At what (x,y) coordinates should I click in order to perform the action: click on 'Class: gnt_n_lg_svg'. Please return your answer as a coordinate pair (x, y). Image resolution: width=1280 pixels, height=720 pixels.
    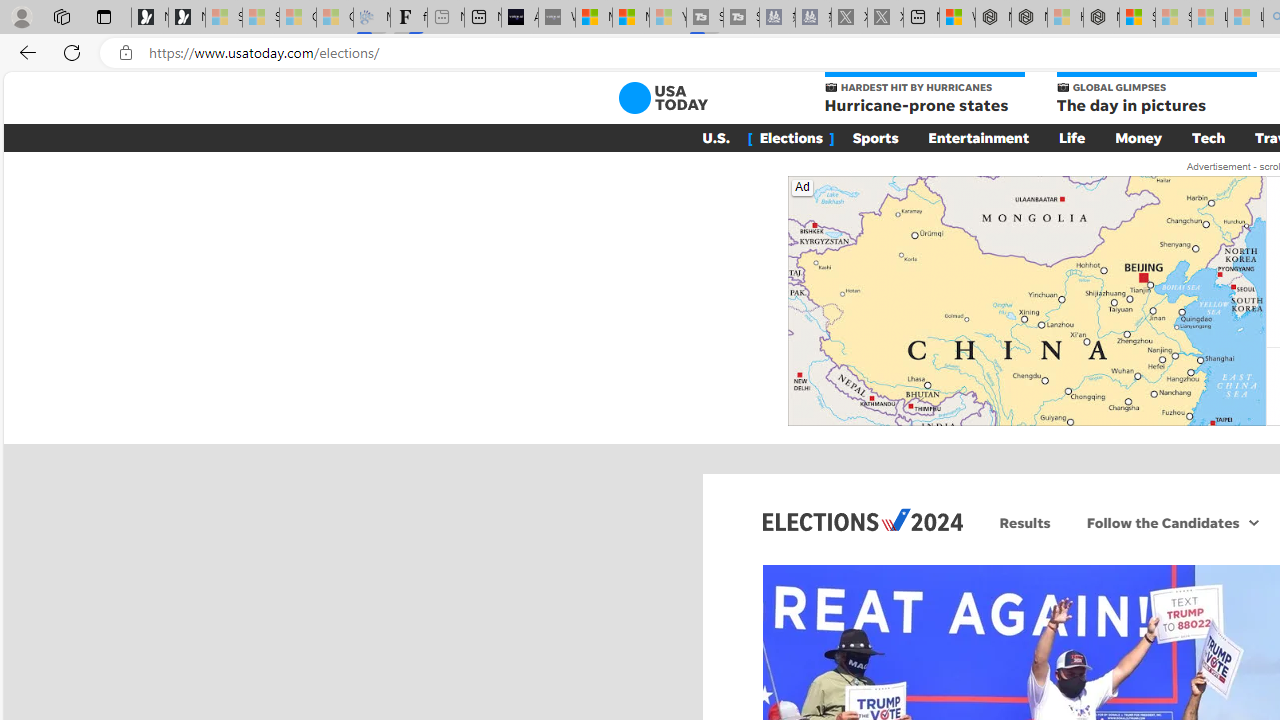
    Looking at the image, I should click on (663, 97).